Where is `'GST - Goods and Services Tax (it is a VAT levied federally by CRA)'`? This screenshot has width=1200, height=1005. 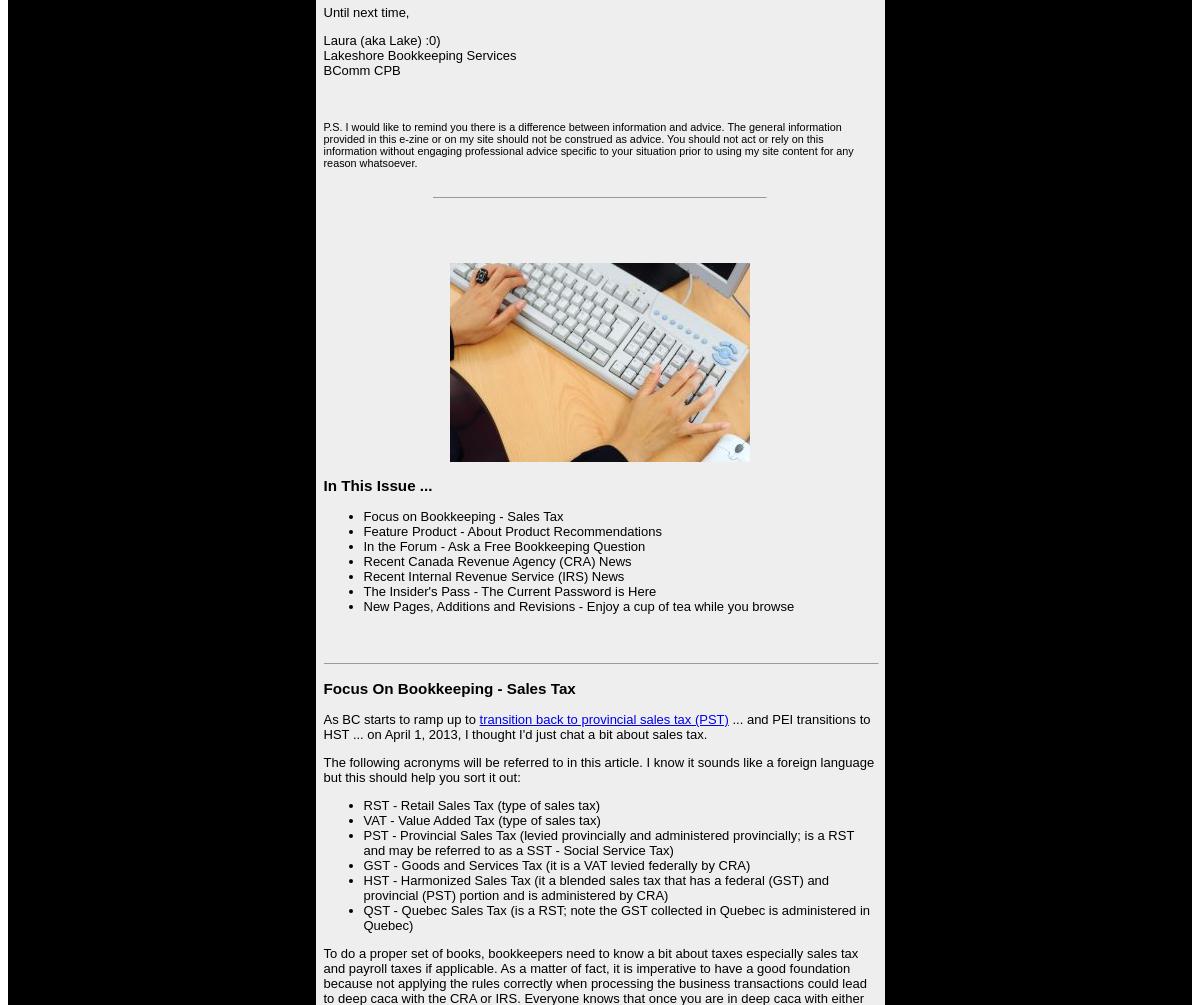
'GST - Goods and Services Tax (it is a VAT levied federally by CRA)' is located at coordinates (555, 863).